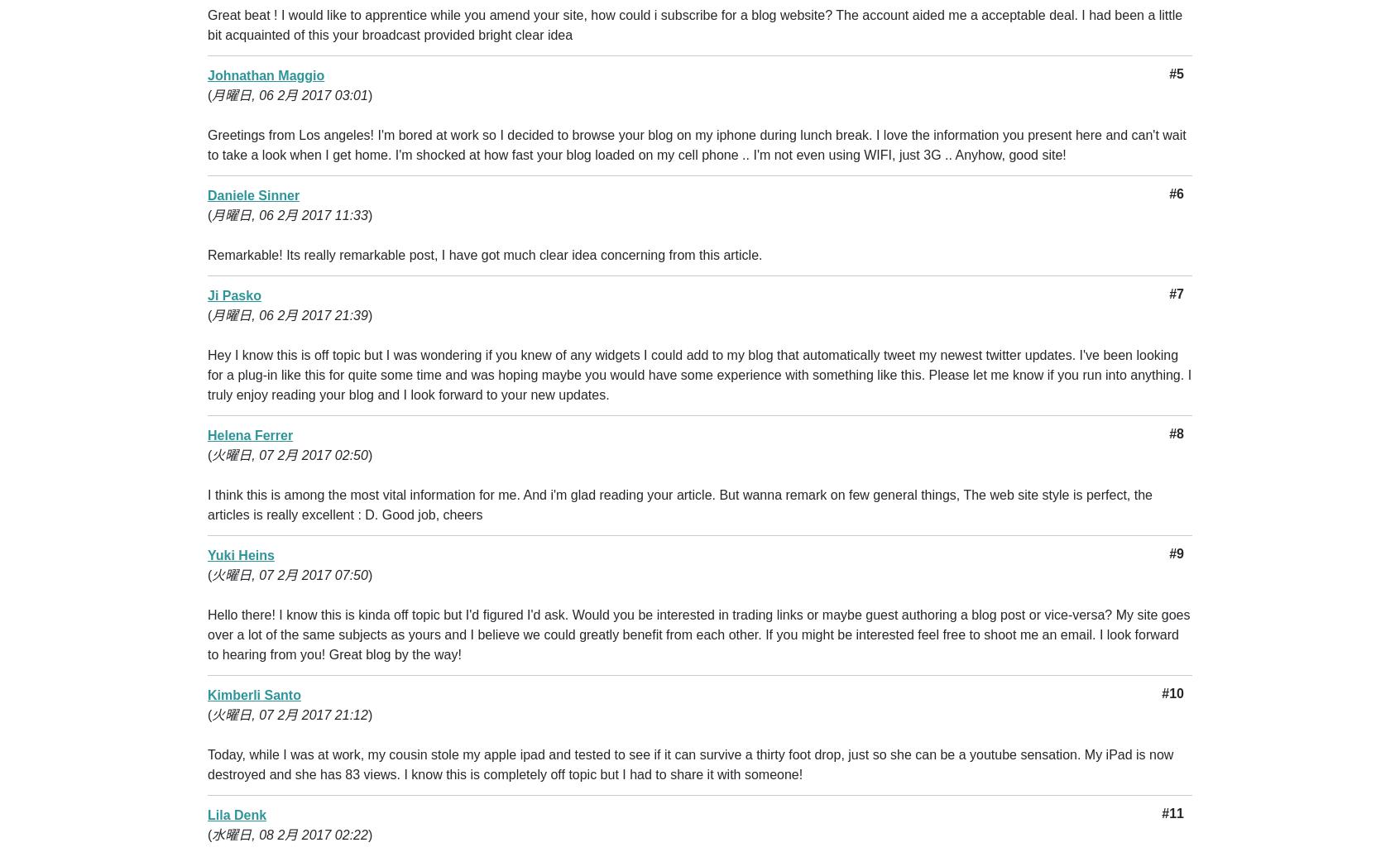 The width and height of the screenshot is (1400, 857). What do you see at coordinates (1175, 294) in the screenshot?
I see `'#7'` at bounding box center [1175, 294].